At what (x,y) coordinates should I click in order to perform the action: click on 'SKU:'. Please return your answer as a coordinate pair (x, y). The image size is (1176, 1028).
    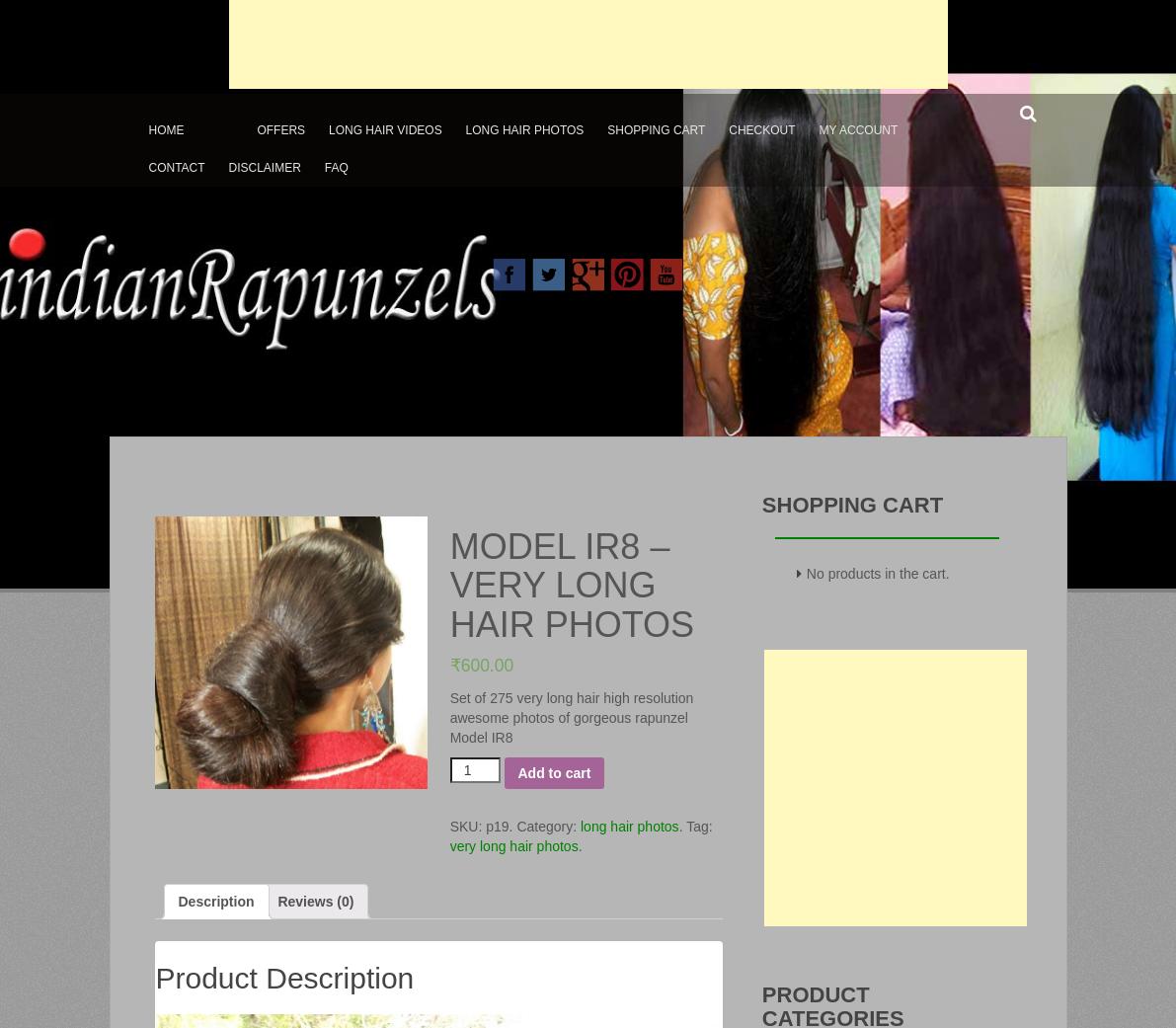
    Looking at the image, I should click on (467, 825).